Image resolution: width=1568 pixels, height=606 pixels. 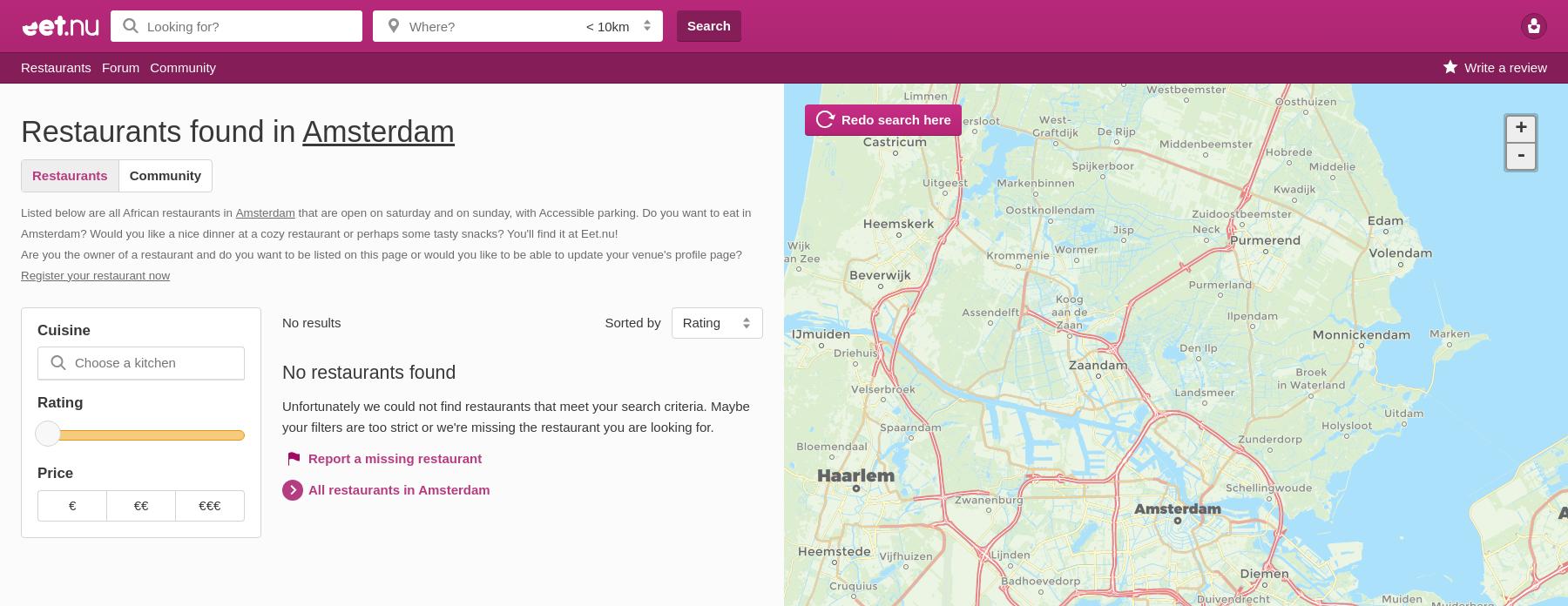 What do you see at coordinates (94, 273) in the screenshot?
I see `'Register your restaurant now'` at bounding box center [94, 273].